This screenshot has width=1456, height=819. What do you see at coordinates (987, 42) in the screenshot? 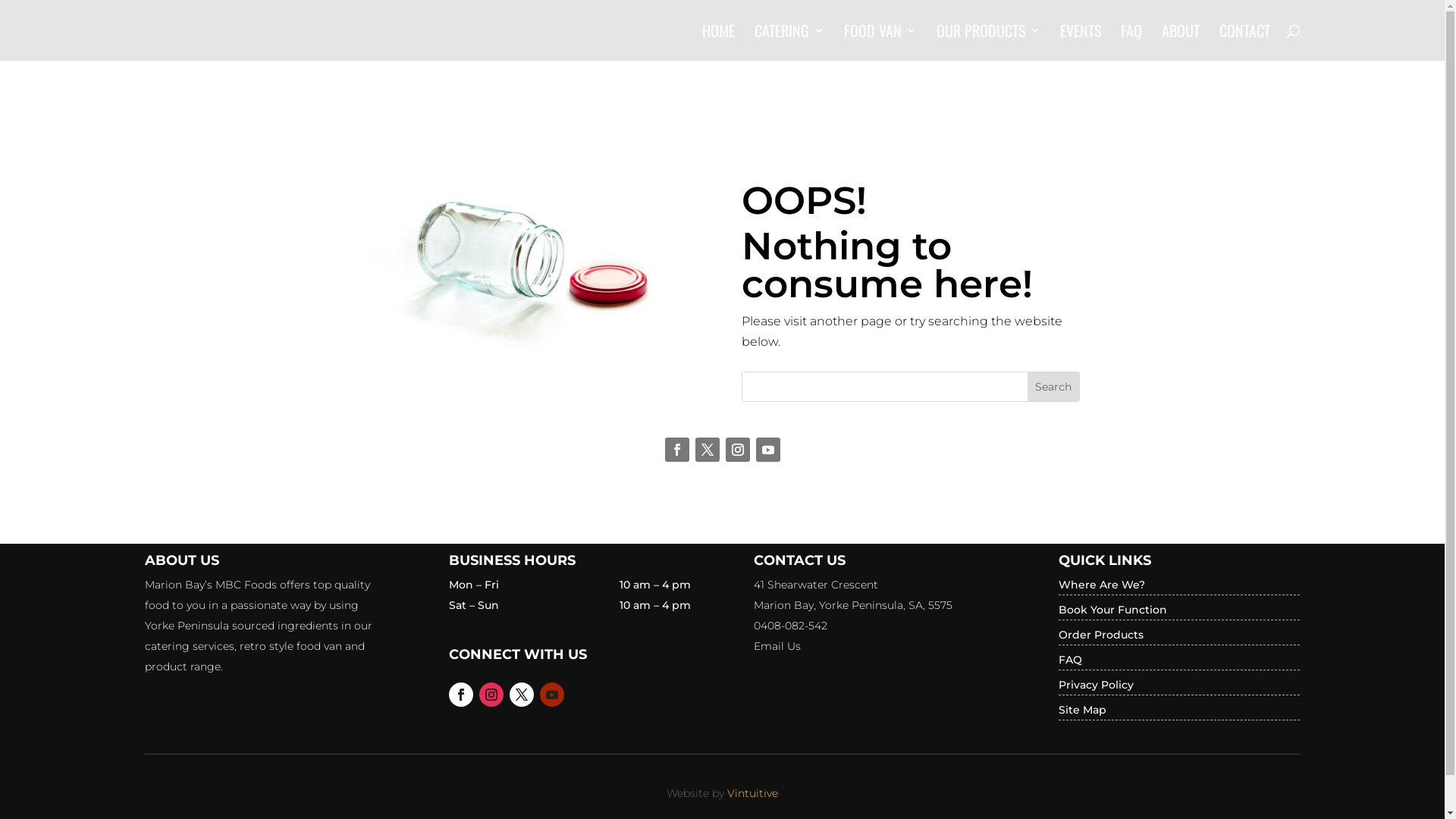
I see `'OUR PRODUCTS'` at bounding box center [987, 42].